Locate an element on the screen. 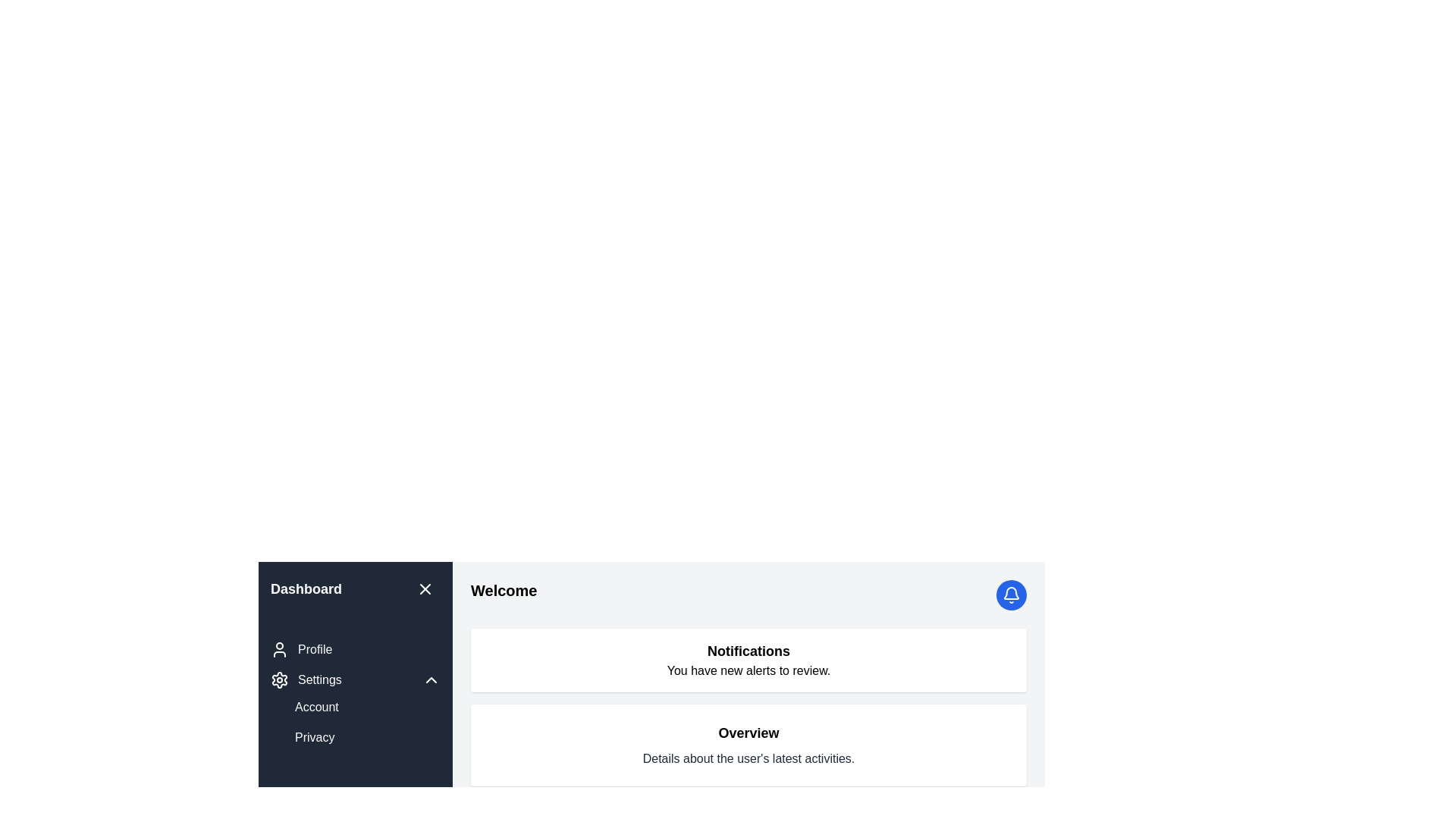 The height and width of the screenshot is (819, 1456). the small cross icon button with a black background located at the top-right corner of the 'Dashboard' sidebar is located at coordinates (425, 588).